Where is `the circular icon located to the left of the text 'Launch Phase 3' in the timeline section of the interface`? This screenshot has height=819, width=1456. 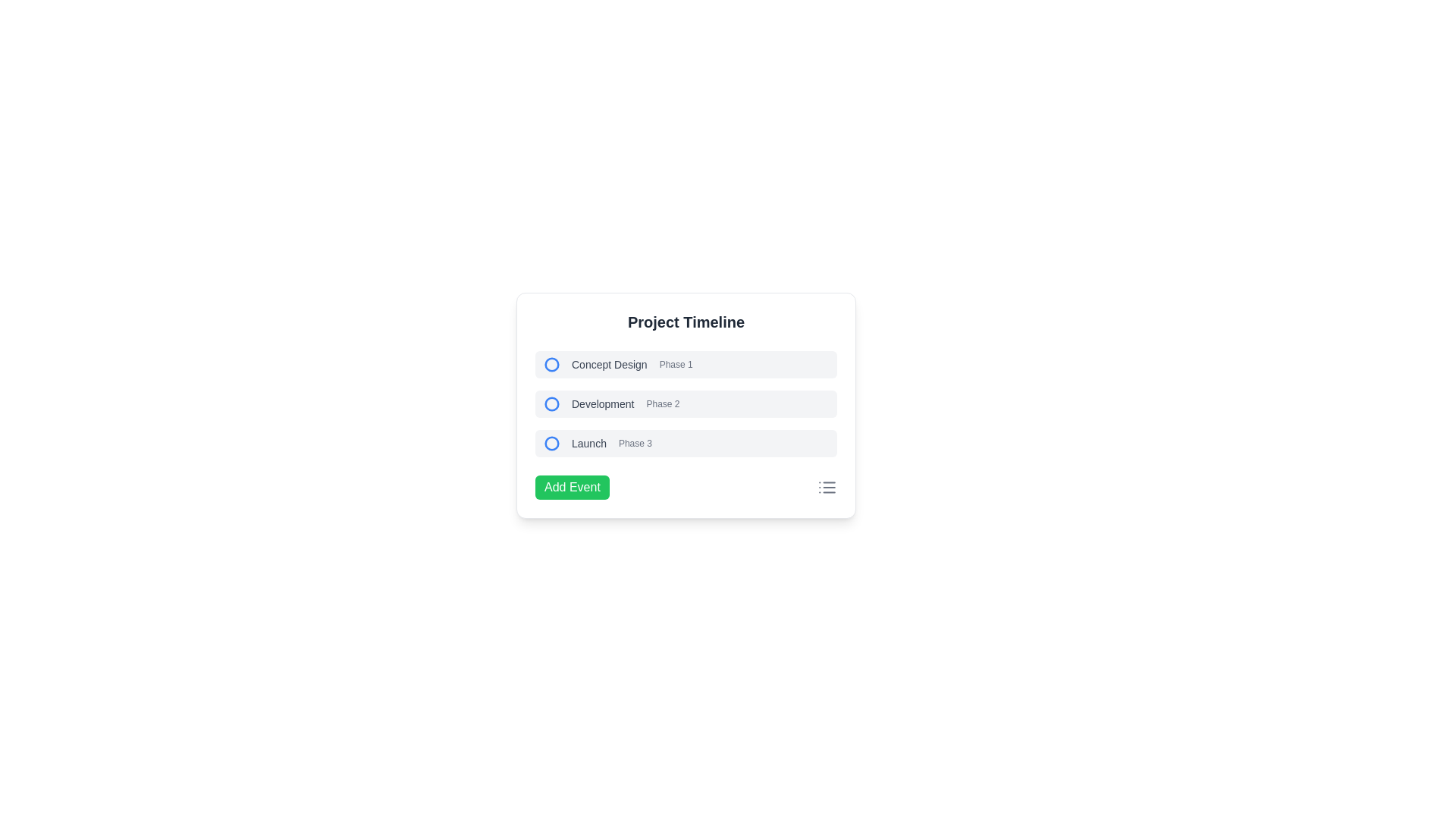
the circular icon located to the left of the text 'Launch Phase 3' in the timeline section of the interface is located at coordinates (551, 444).